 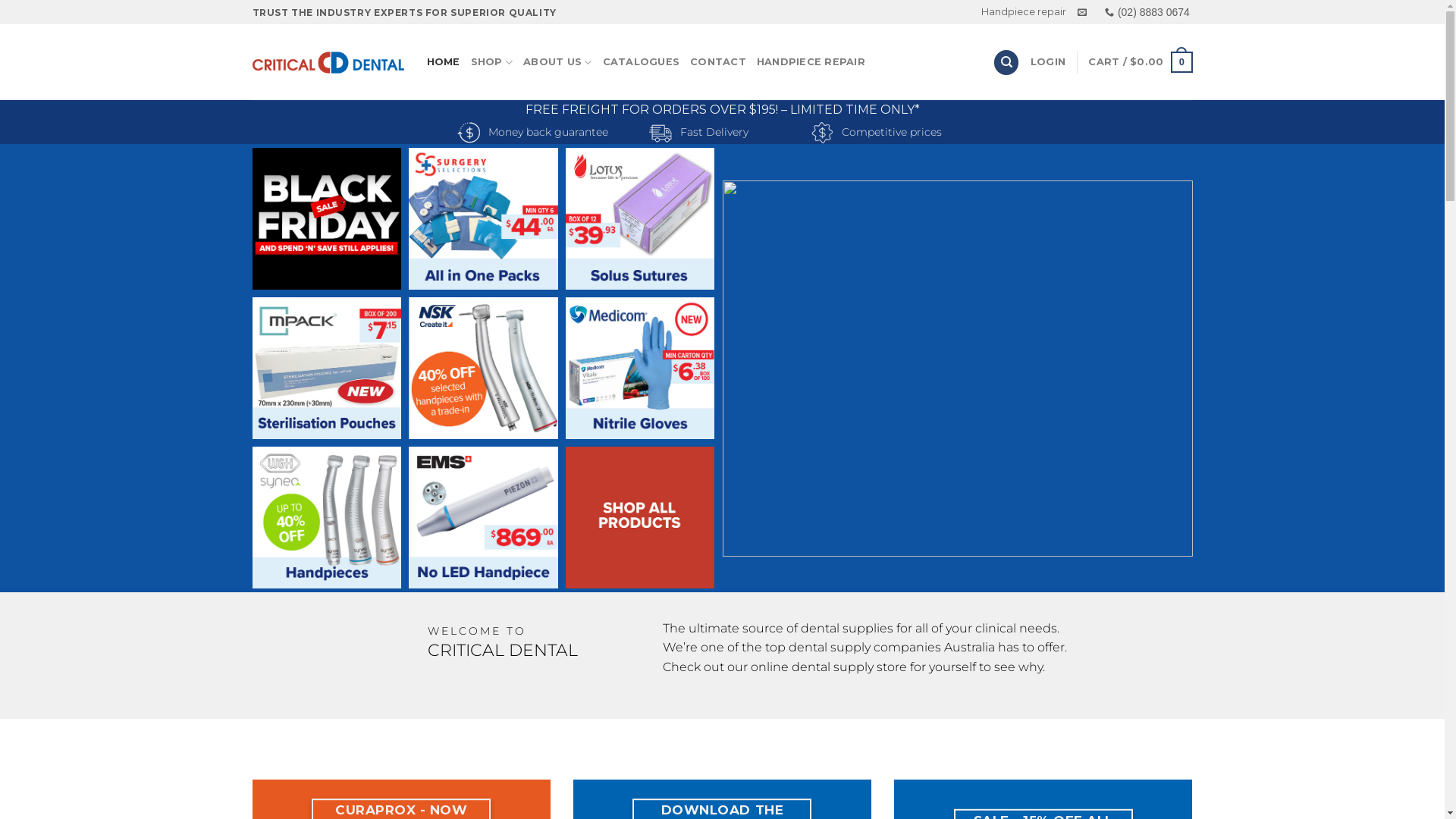 What do you see at coordinates (1023, 11) in the screenshot?
I see `'Handpiece repair'` at bounding box center [1023, 11].